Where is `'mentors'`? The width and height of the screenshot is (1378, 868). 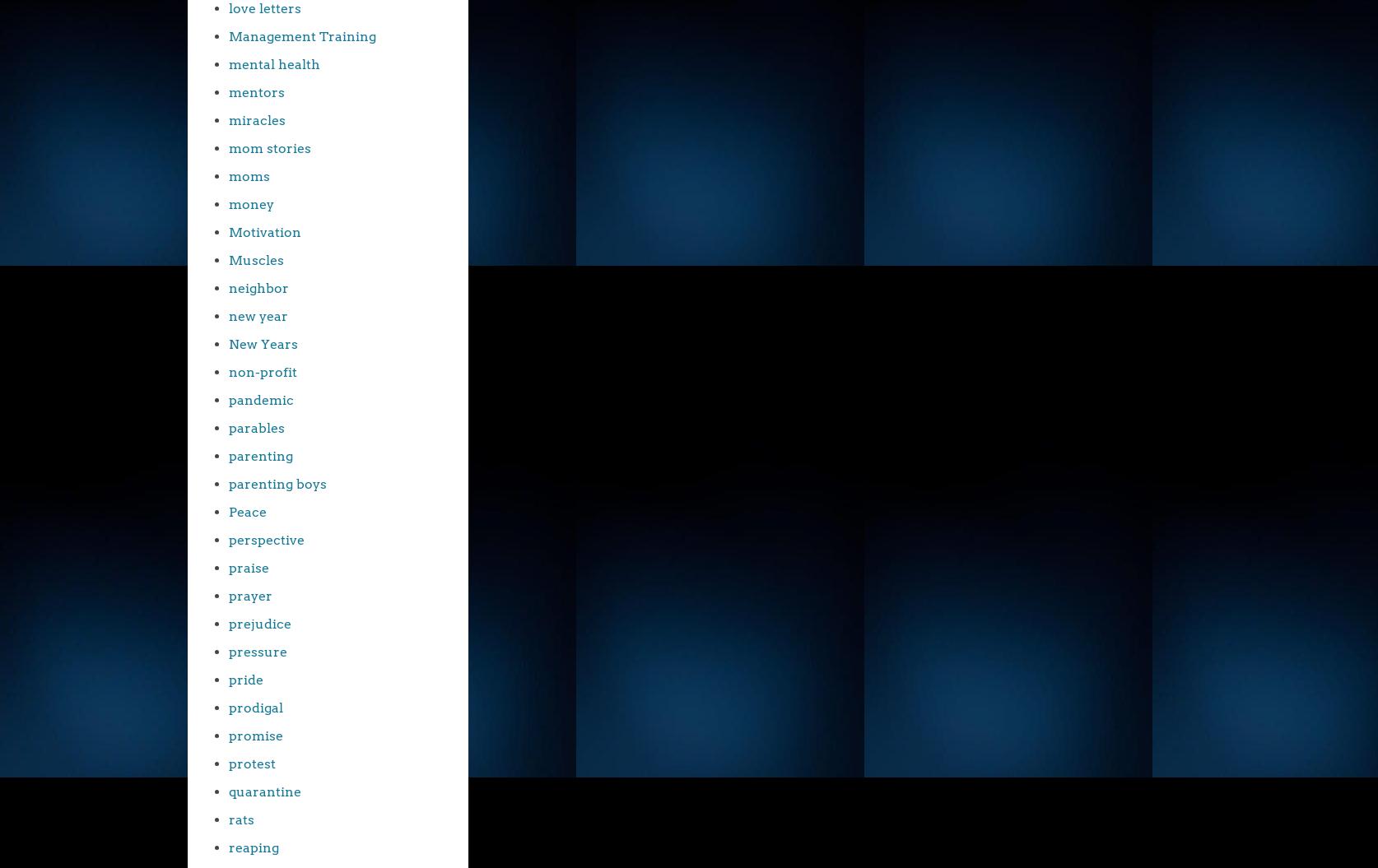 'mentors' is located at coordinates (257, 91).